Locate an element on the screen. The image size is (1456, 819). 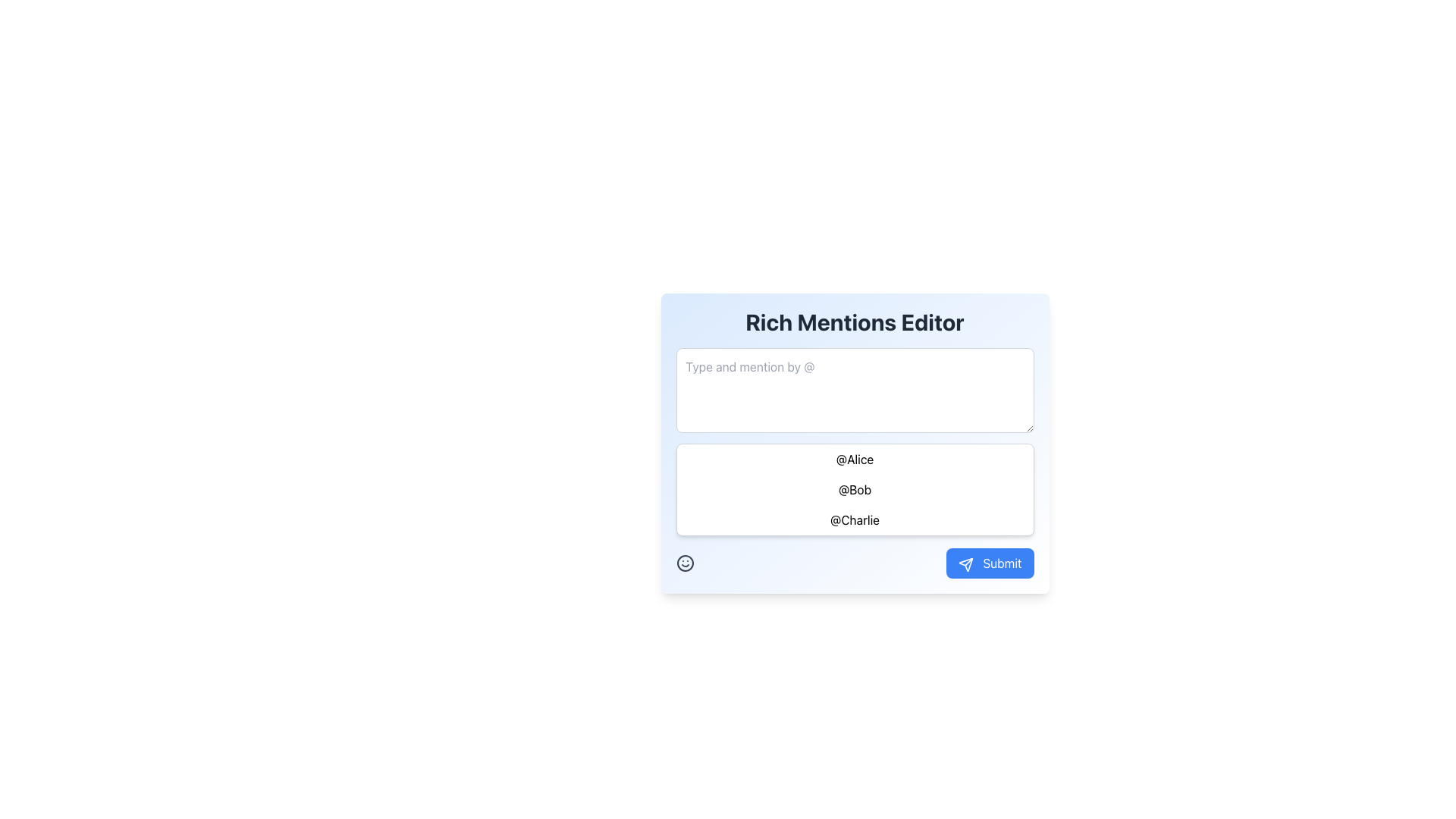
the displayed text '@Charlie' in the text label with a blue background, positioned vertically below '@Bob' and above the blue 'Submit' button is located at coordinates (855, 519).